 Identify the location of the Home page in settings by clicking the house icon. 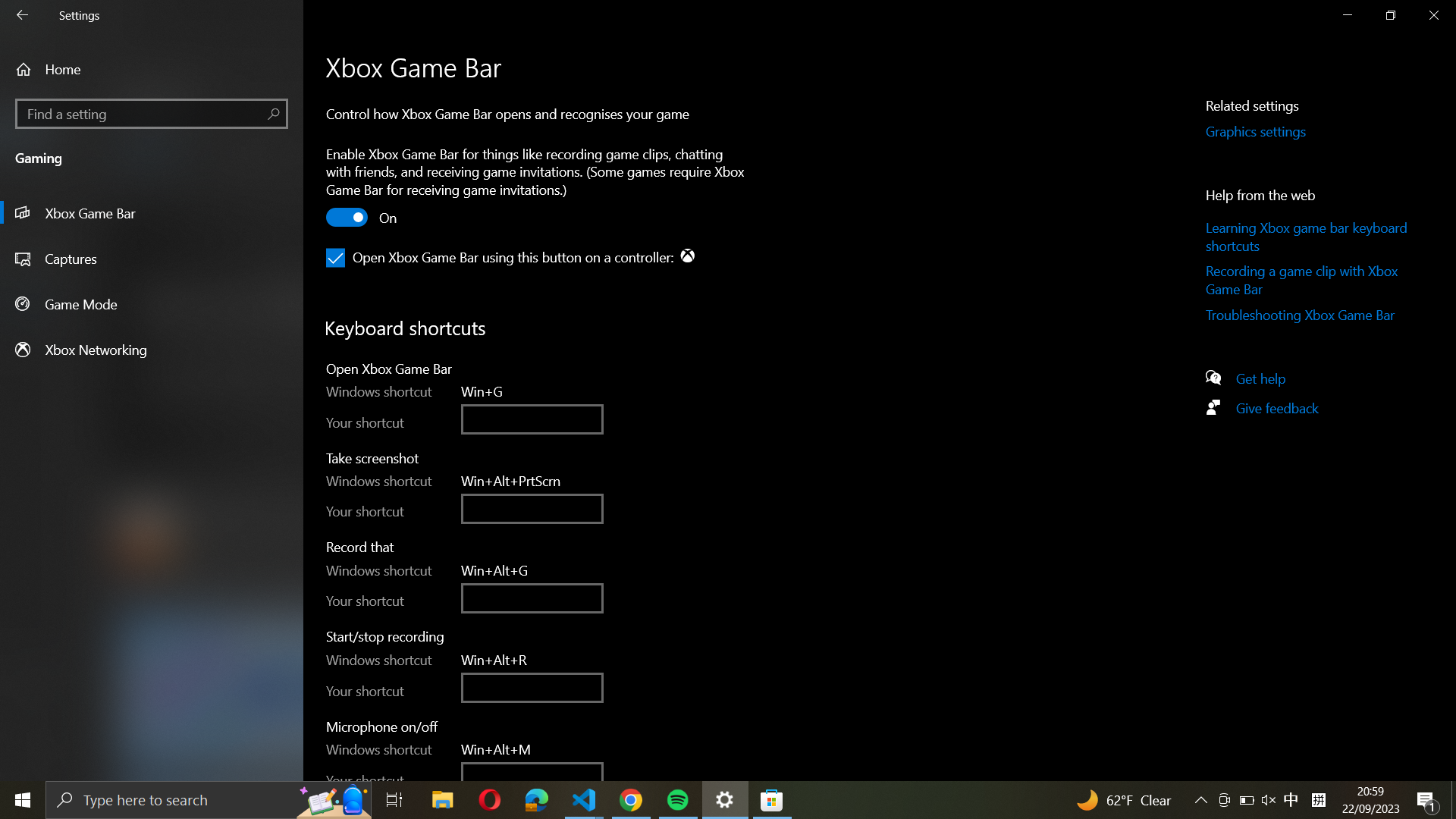
(152, 69).